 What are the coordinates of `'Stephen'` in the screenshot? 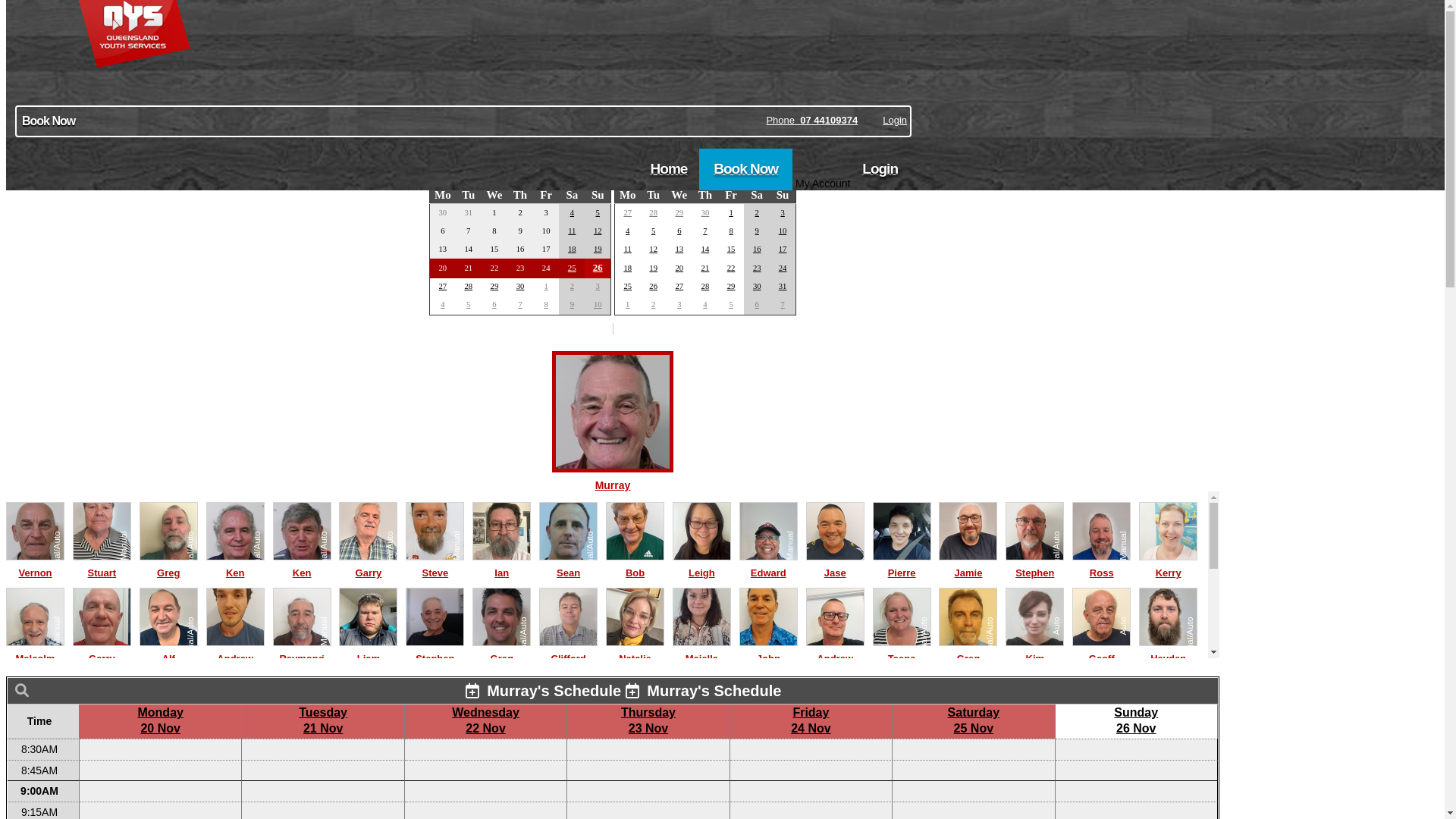 It's located at (405, 650).